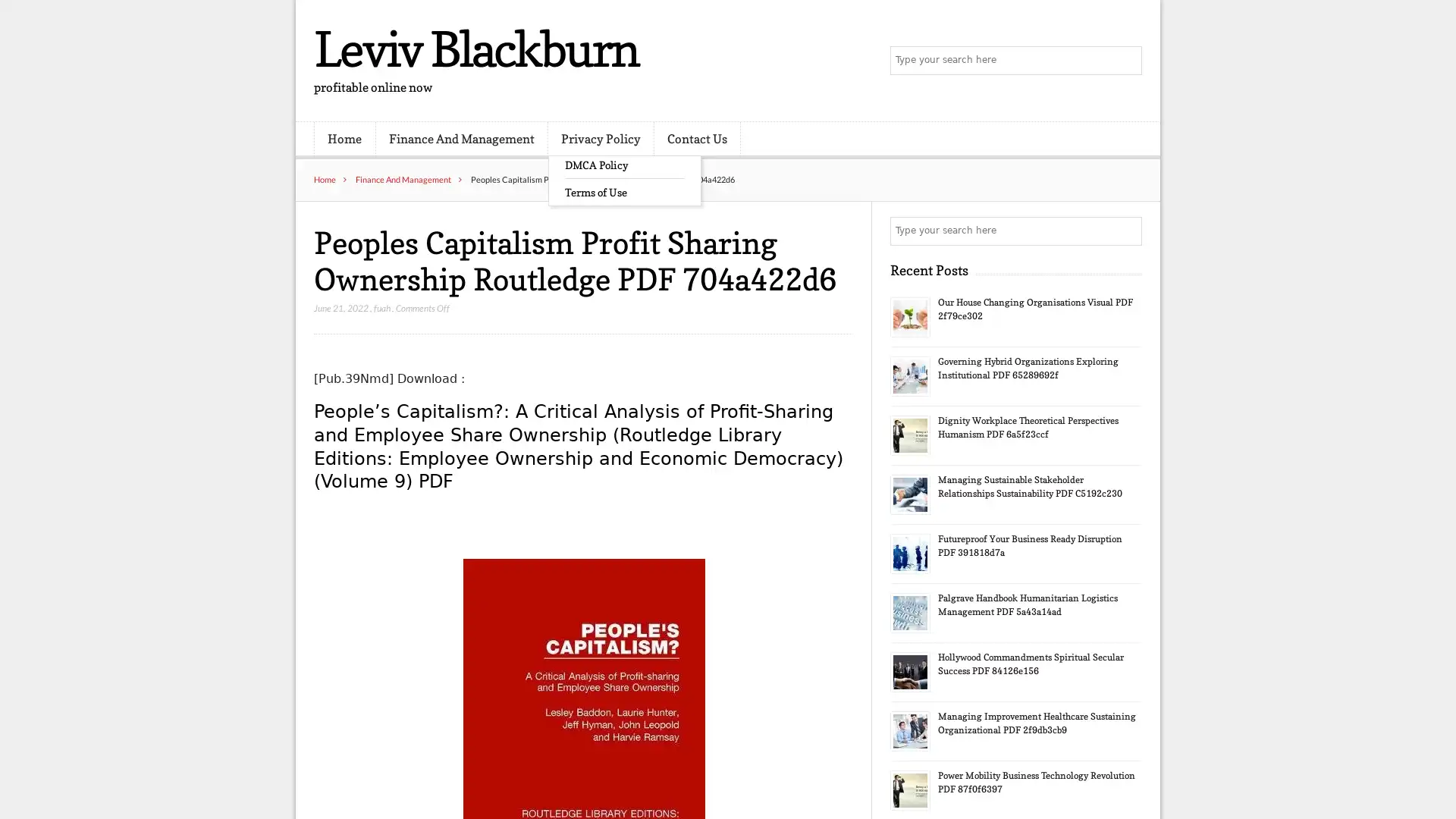 The image size is (1456, 819). Describe the element at coordinates (1126, 61) in the screenshot. I see `Search` at that location.